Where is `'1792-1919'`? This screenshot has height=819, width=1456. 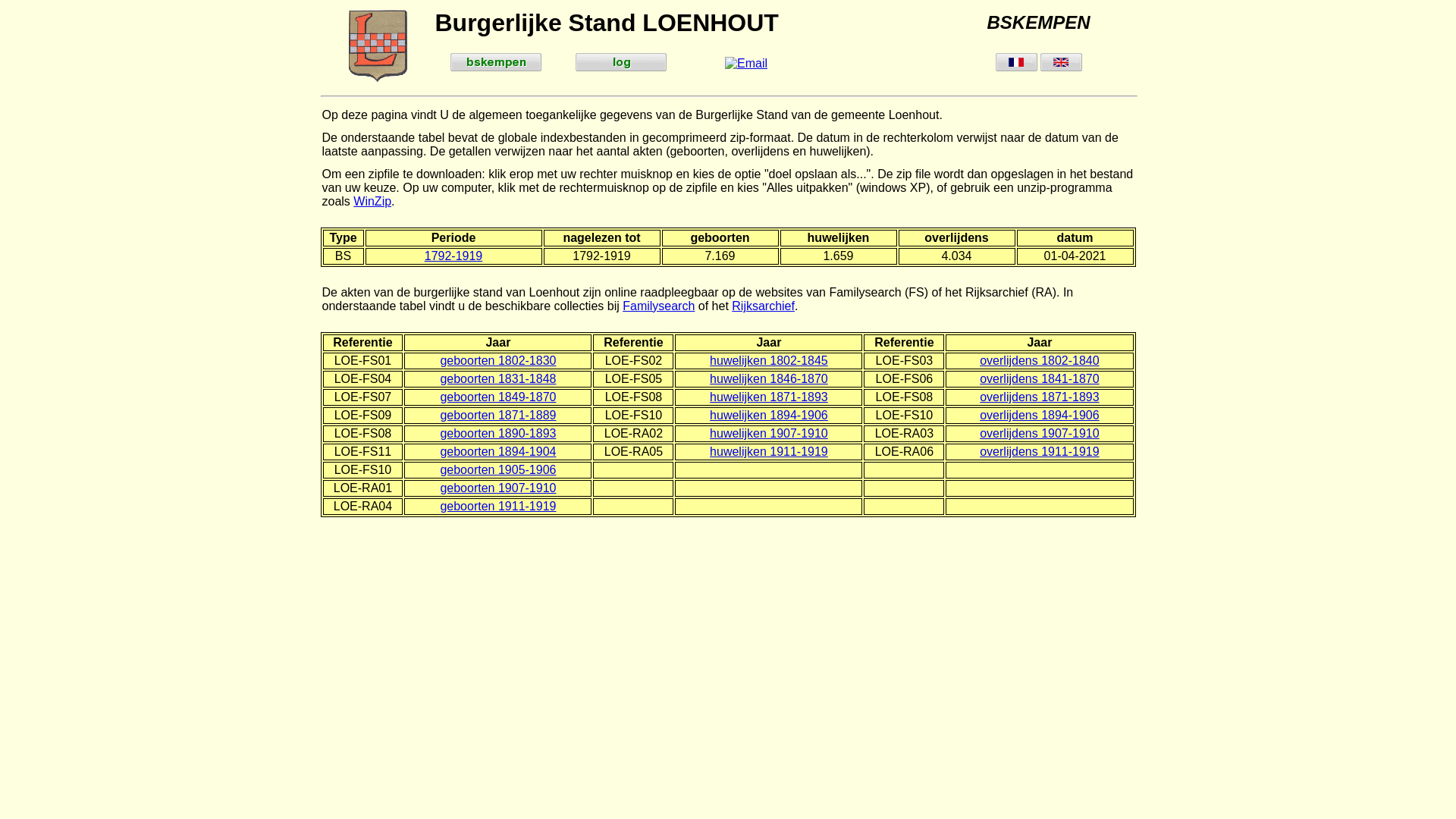 '1792-1919' is located at coordinates (425, 255).